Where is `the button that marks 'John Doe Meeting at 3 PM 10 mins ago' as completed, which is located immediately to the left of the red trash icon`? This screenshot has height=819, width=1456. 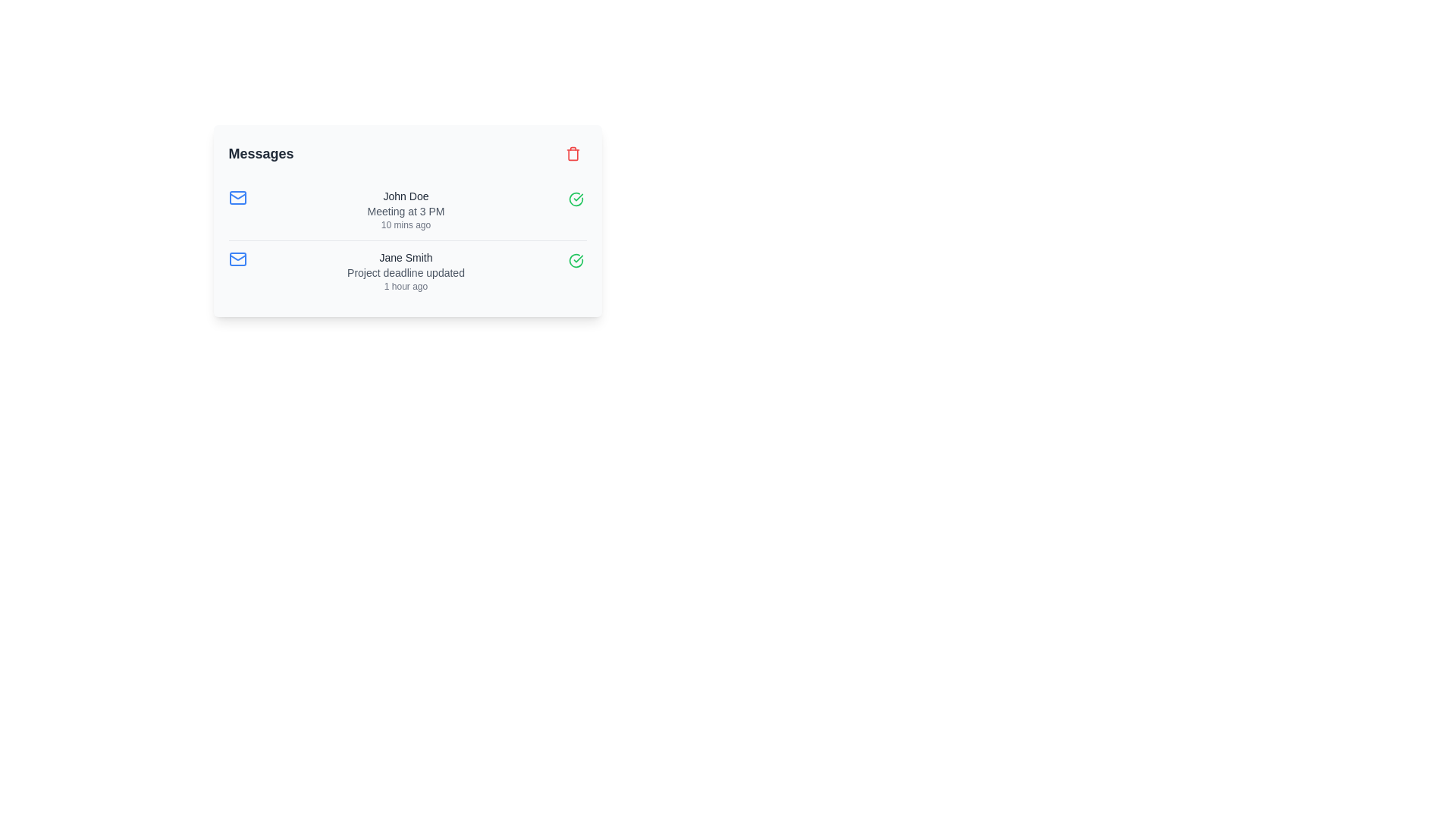
the button that marks 'John Doe Meeting at 3 PM 10 mins ago' as completed, which is located immediately to the left of the red trash icon is located at coordinates (575, 198).